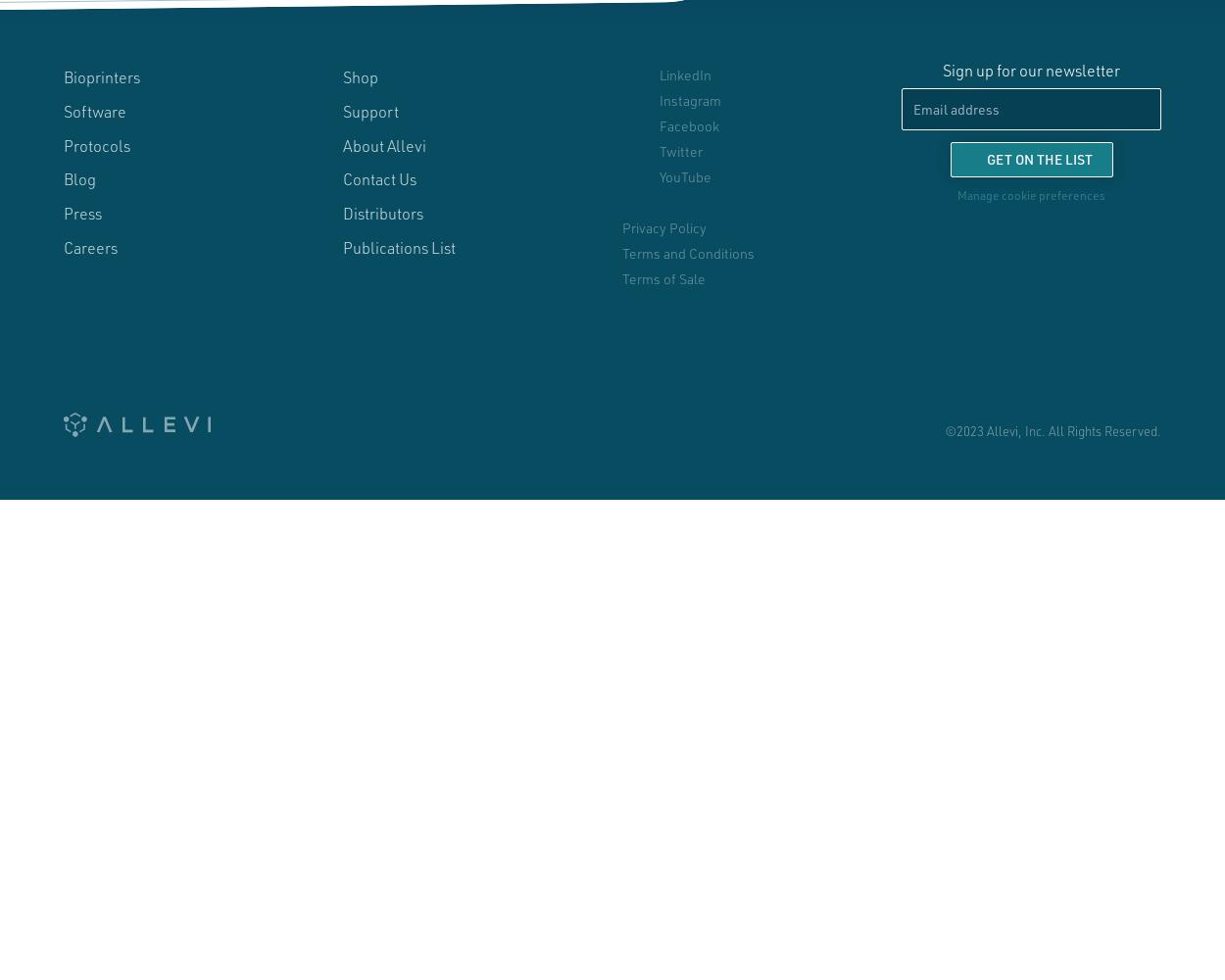 The width and height of the screenshot is (1225, 980). What do you see at coordinates (659, 125) in the screenshot?
I see `'Facebook'` at bounding box center [659, 125].